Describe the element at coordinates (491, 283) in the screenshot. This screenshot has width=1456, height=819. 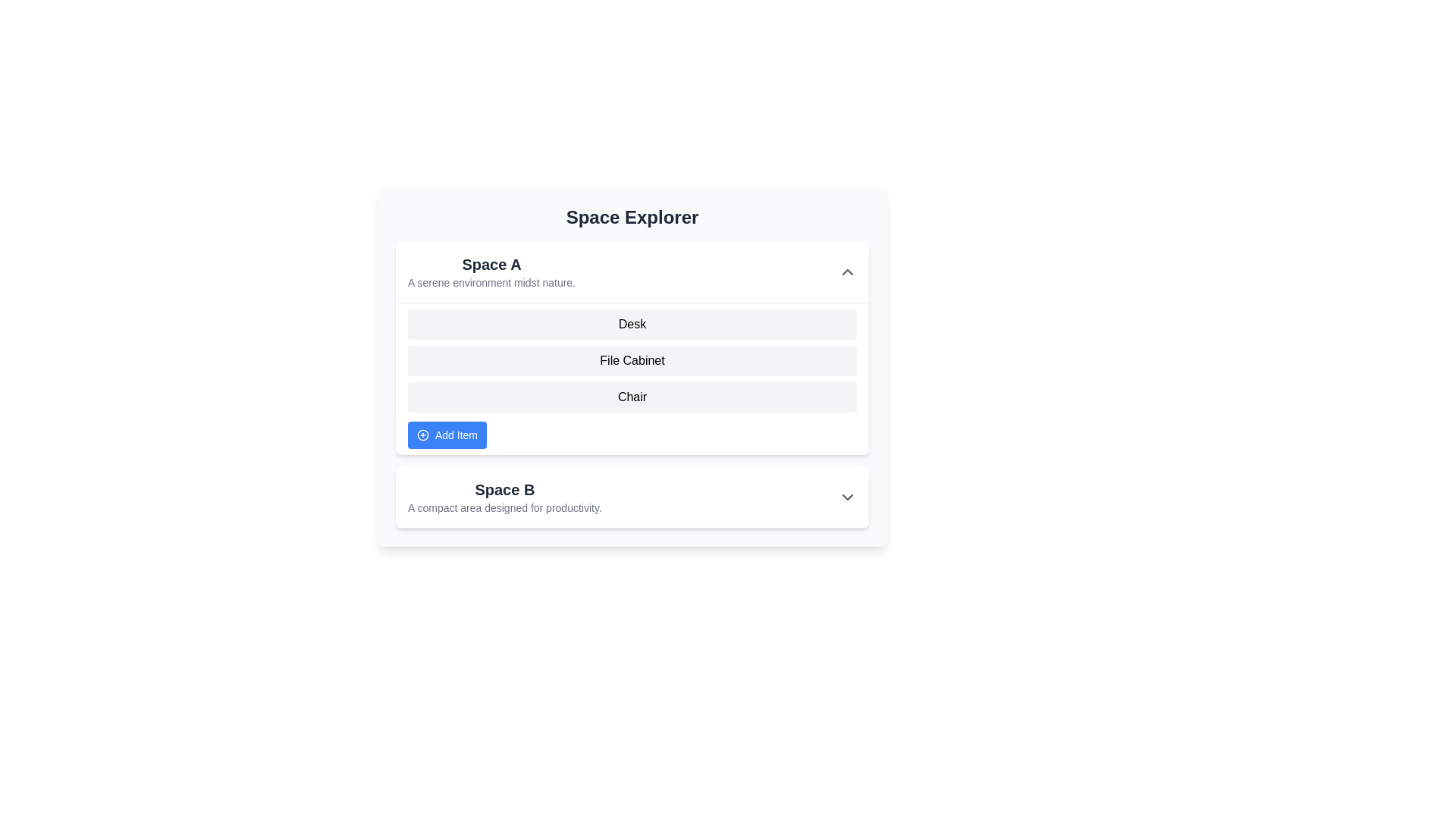
I see `the static text element that provides context for 'Space A', located directly below the 'Space A' heading` at that location.